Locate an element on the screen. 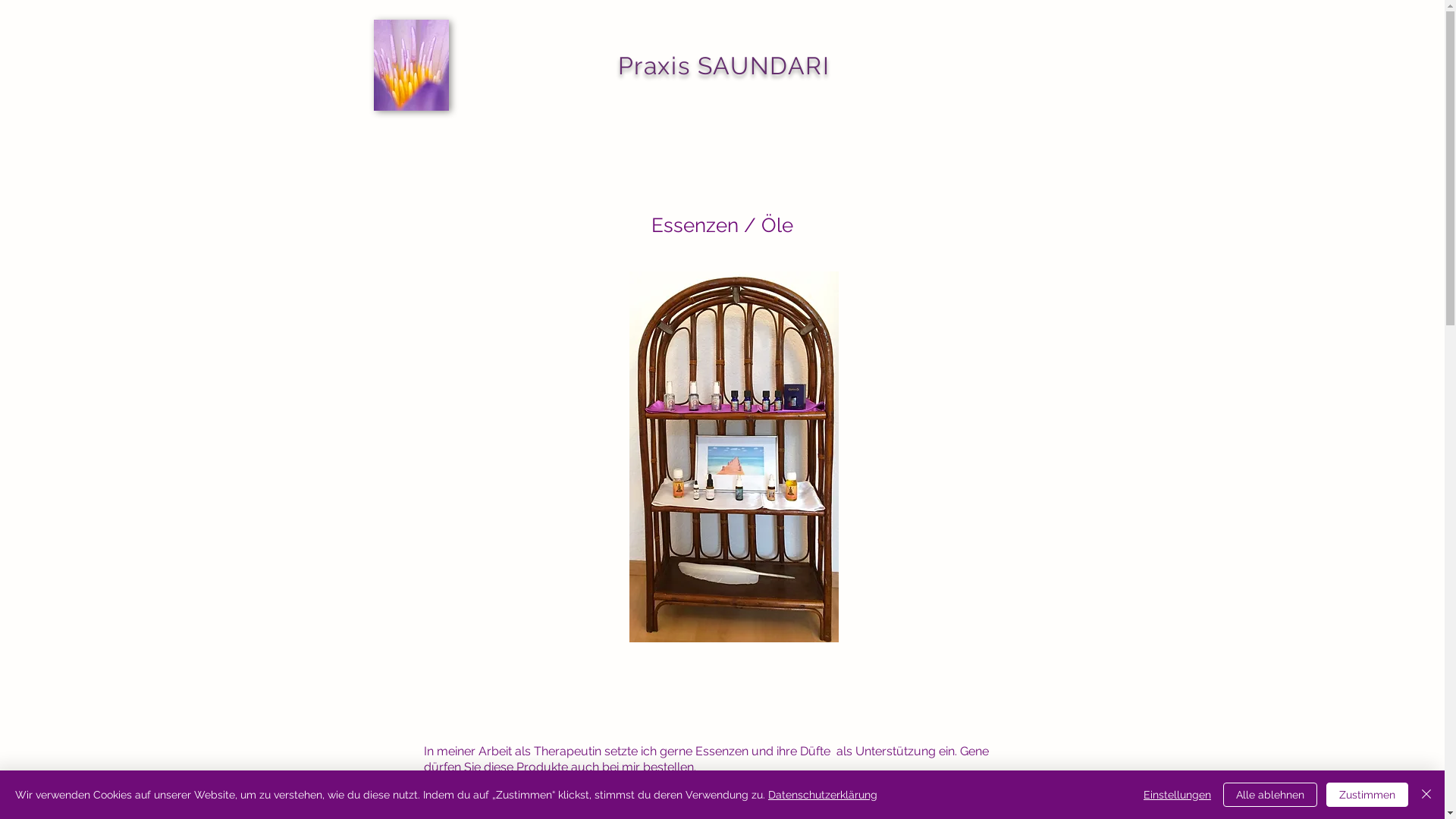 Image resolution: width=1456 pixels, height=819 pixels. 'Alle ablehnen' is located at coordinates (1270, 794).